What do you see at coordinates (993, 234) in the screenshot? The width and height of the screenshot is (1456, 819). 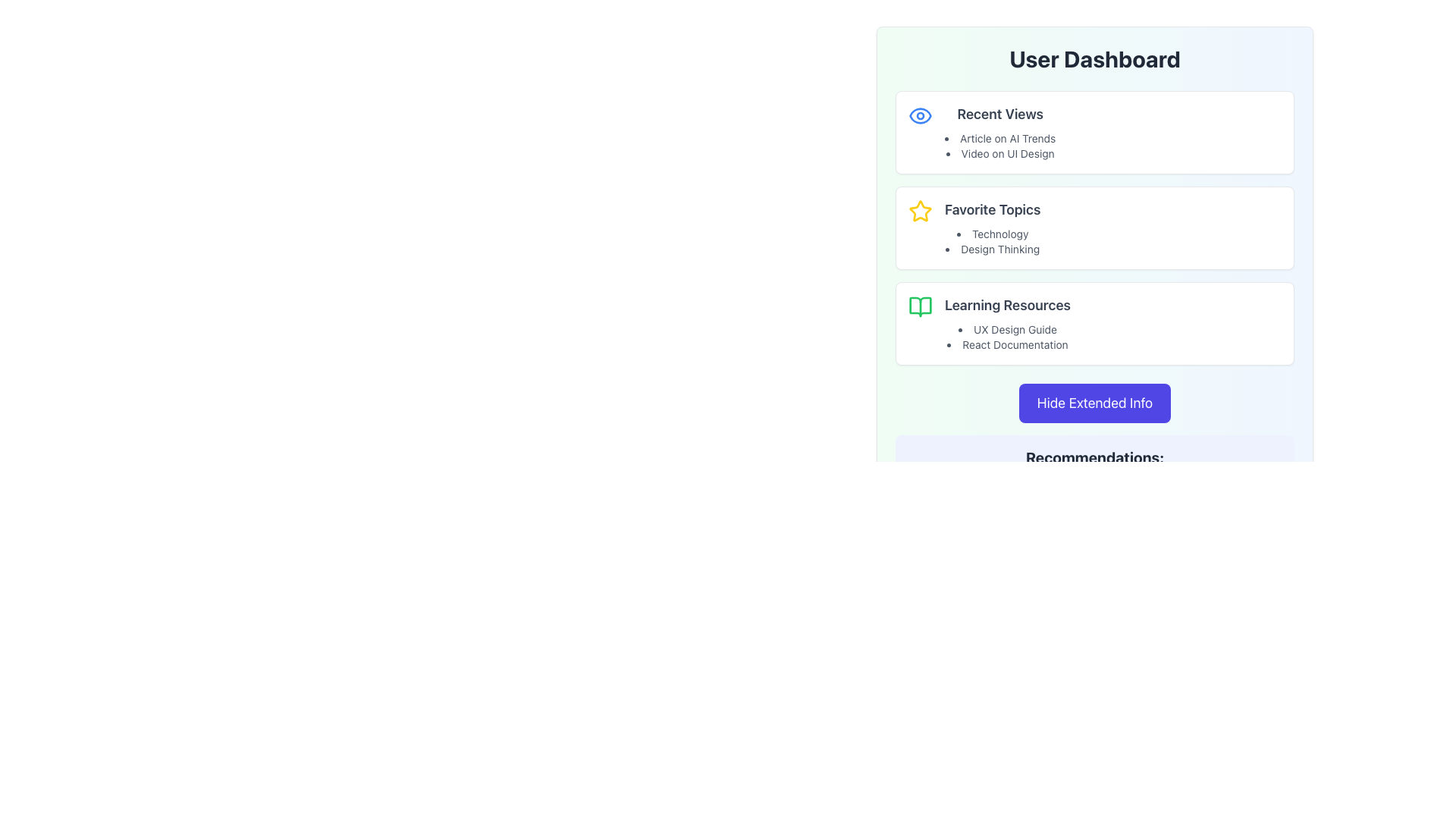 I see `the non-interactive list item labeled 'Technology' in the 'Favorite Topics' section, positioned above 'Design Thinking'` at bounding box center [993, 234].